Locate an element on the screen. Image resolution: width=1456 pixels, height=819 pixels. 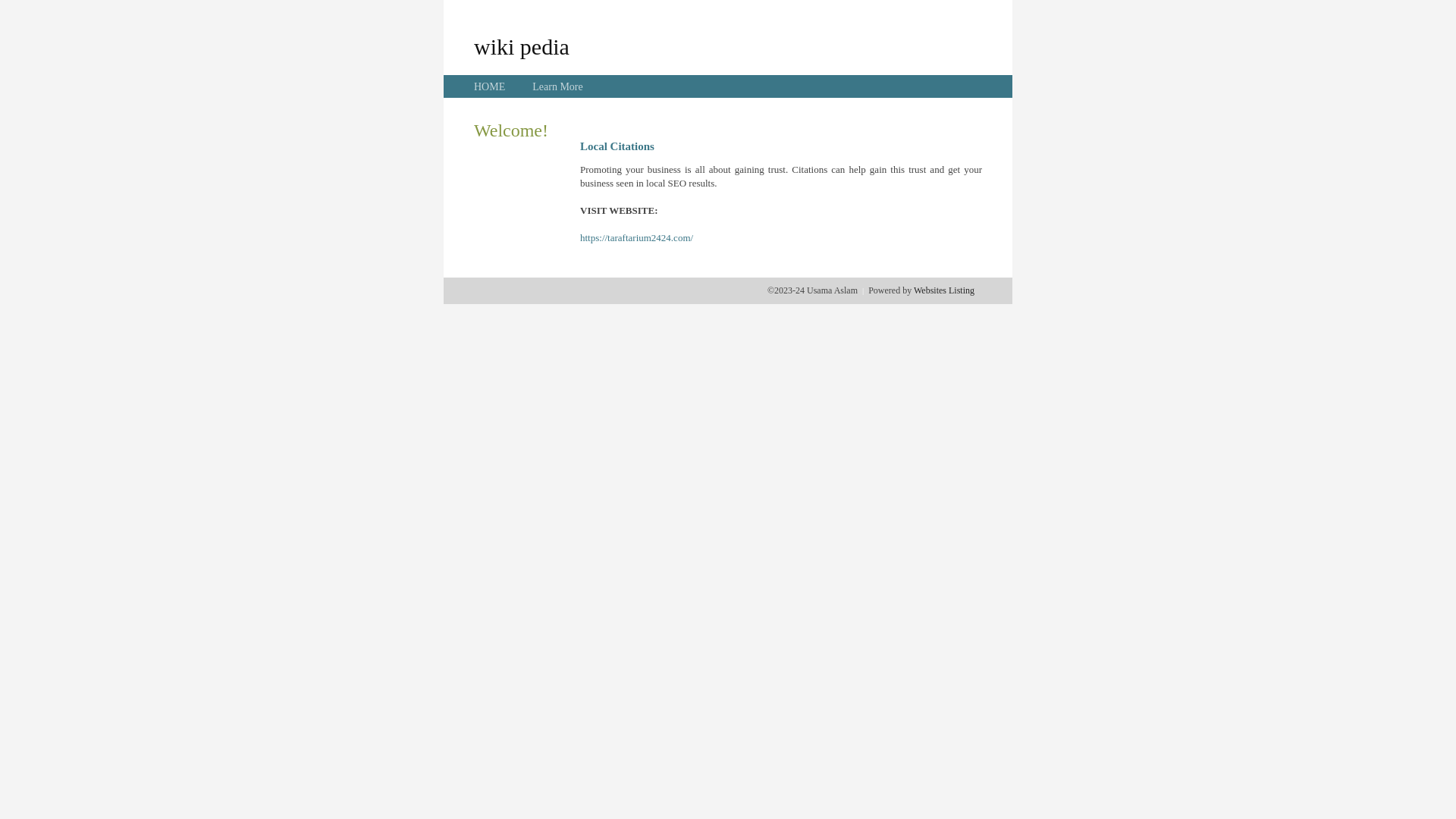
'https://taraftarium2424.com/' is located at coordinates (636, 237).